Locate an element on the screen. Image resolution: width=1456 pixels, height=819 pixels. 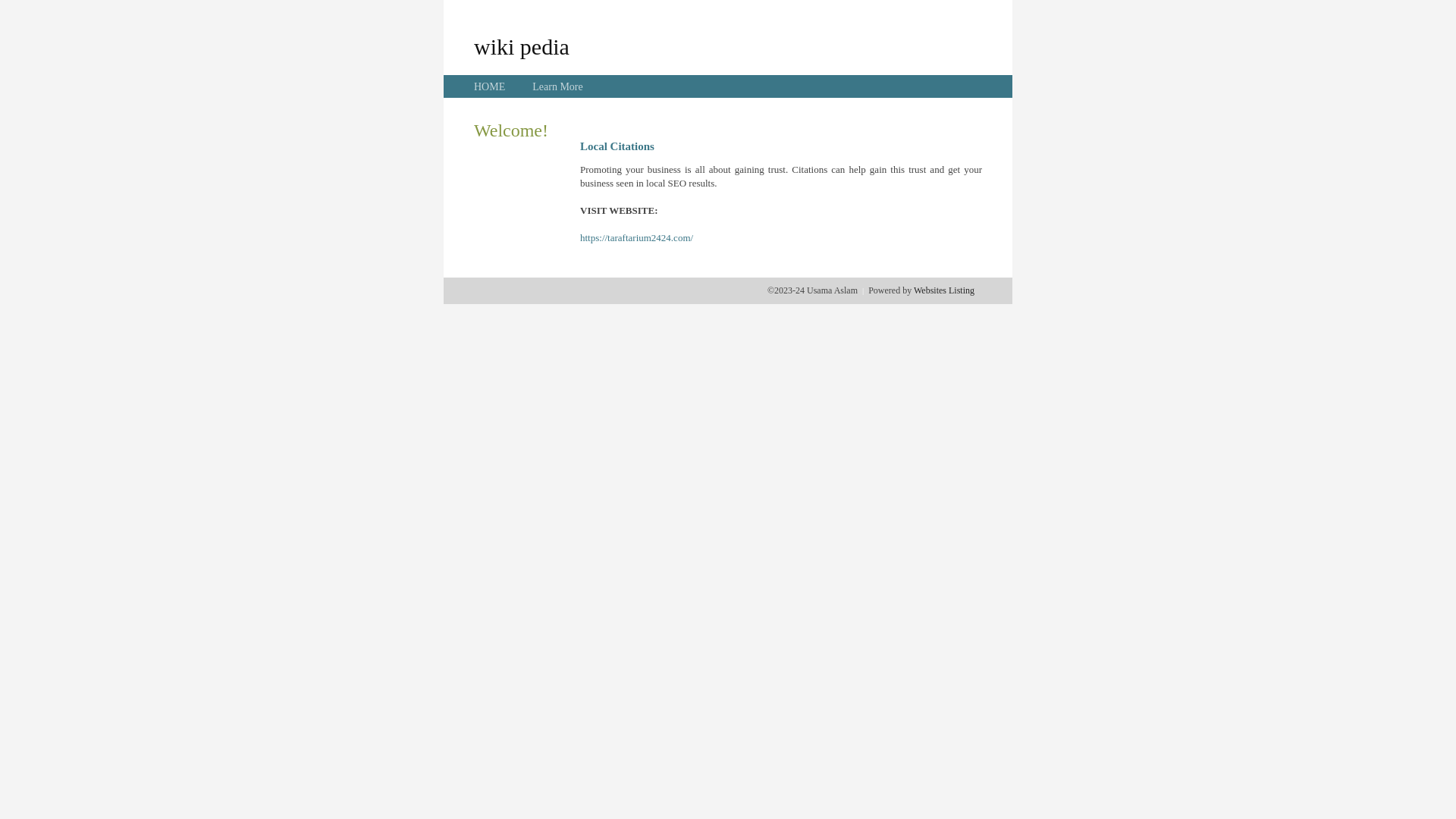
'https://taraftarium2424.com/' is located at coordinates (636, 237).